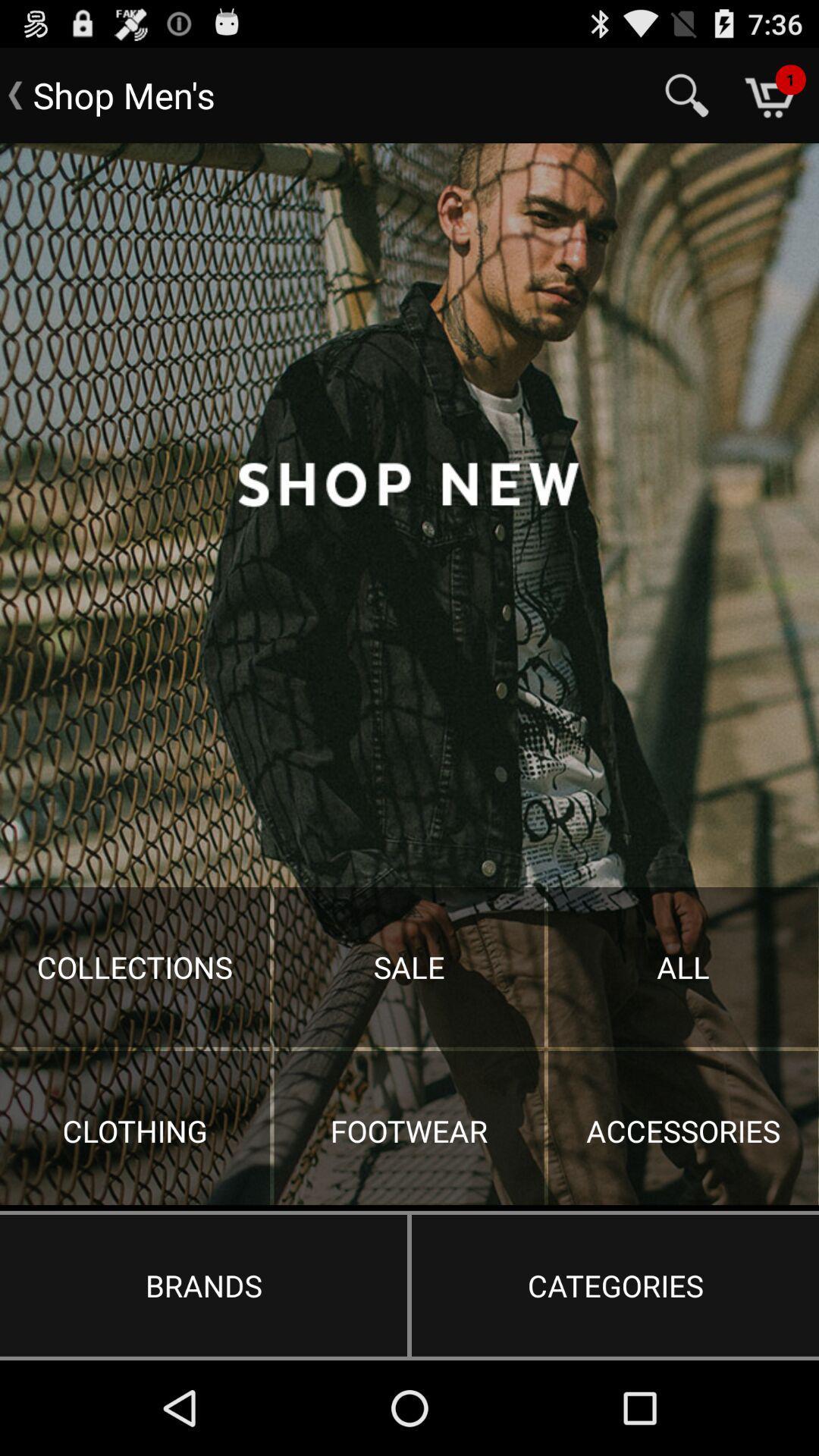 The height and width of the screenshot is (1456, 819). What do you see at coordinates (409, 673) in the screenshot?
I see `share the article` at bounding box center [409, 673].